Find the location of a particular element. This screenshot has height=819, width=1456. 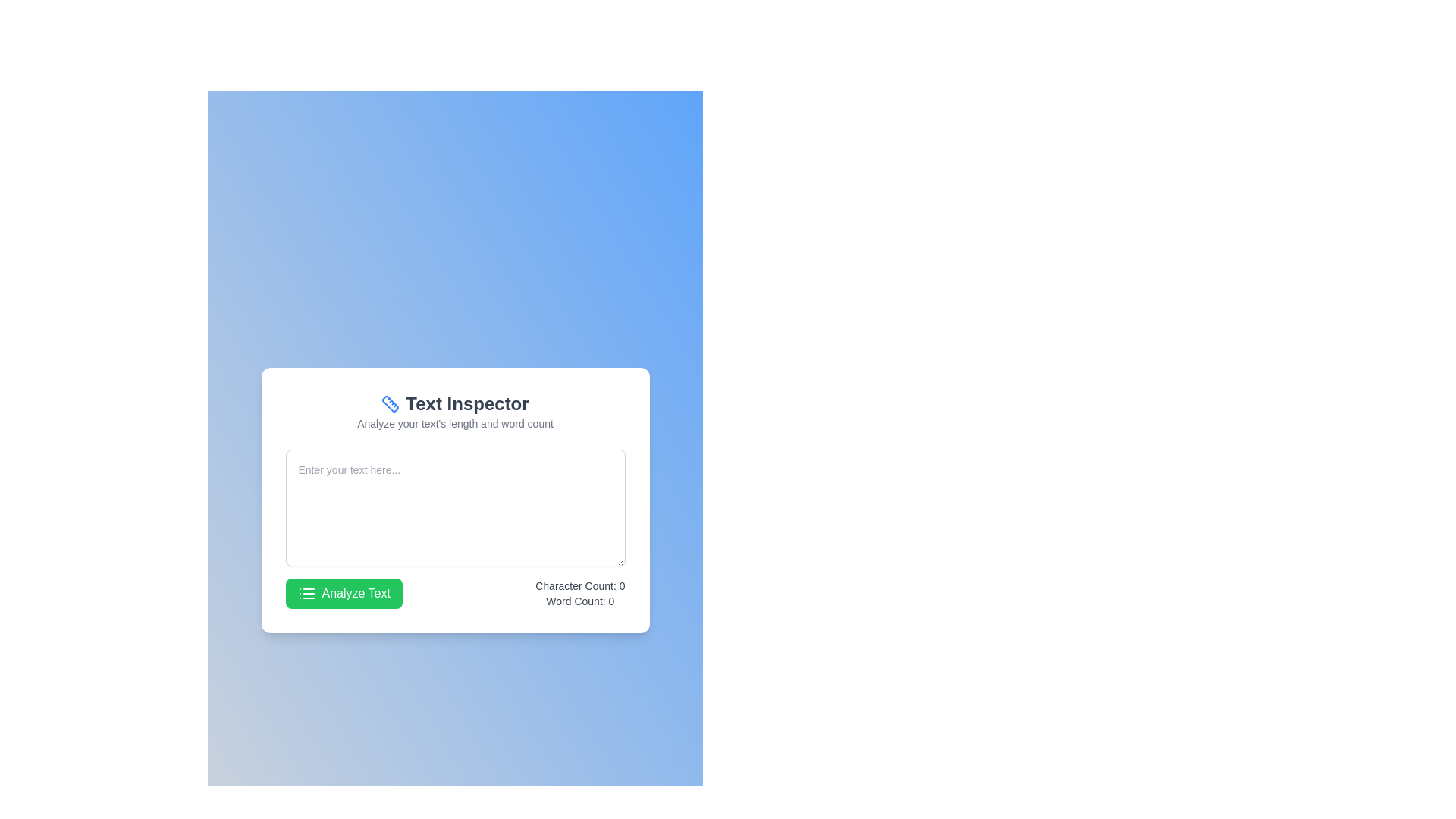

the main title Text Label for the text analysis interface, which is located at the top-center of the card interface is located at coordinates (454, 403).